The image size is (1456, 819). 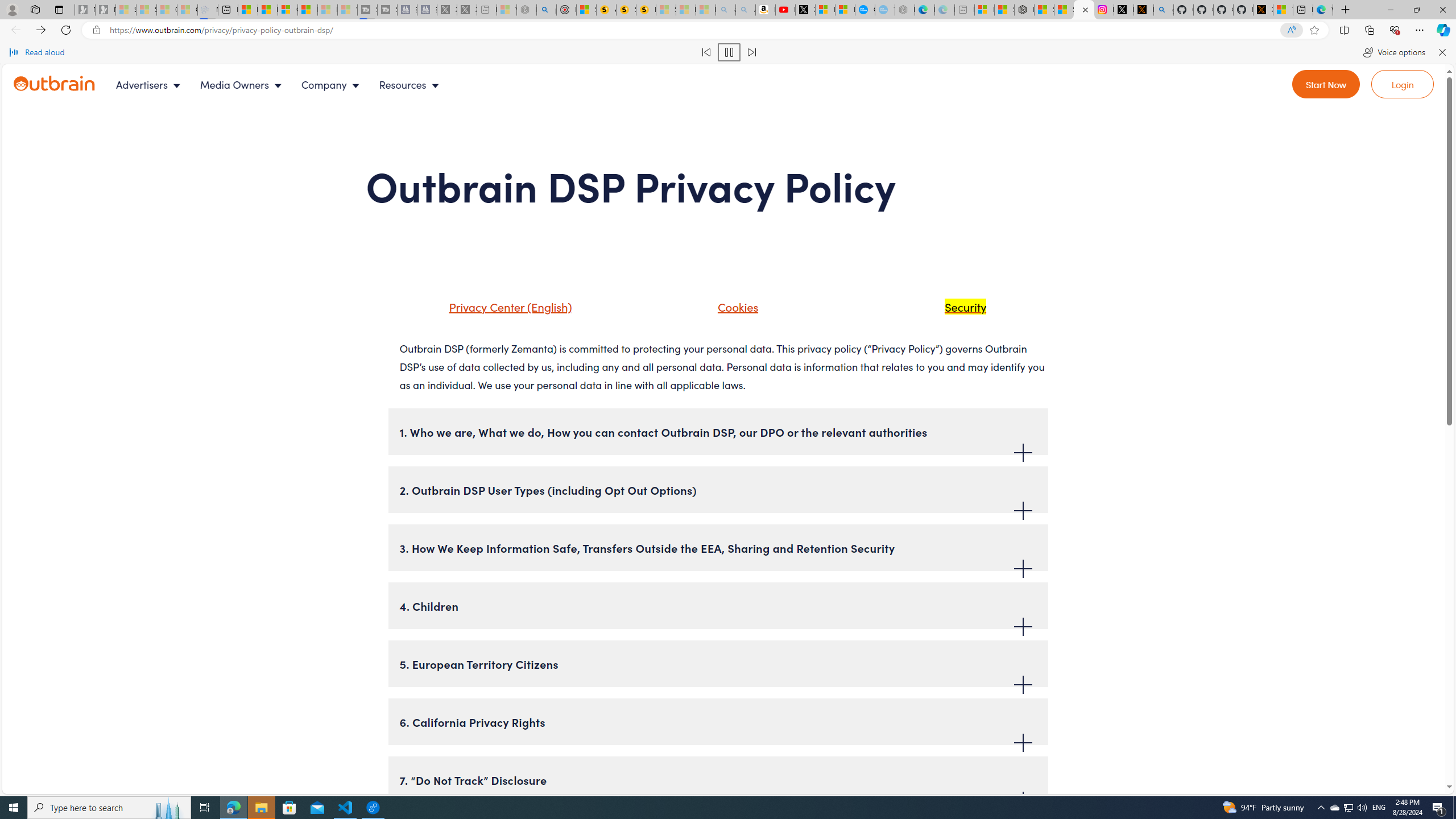 What do you see at coordinates (466, 9) in the screenshot?
I see `'X - Sleeping'` at bounding box center [466, 9].